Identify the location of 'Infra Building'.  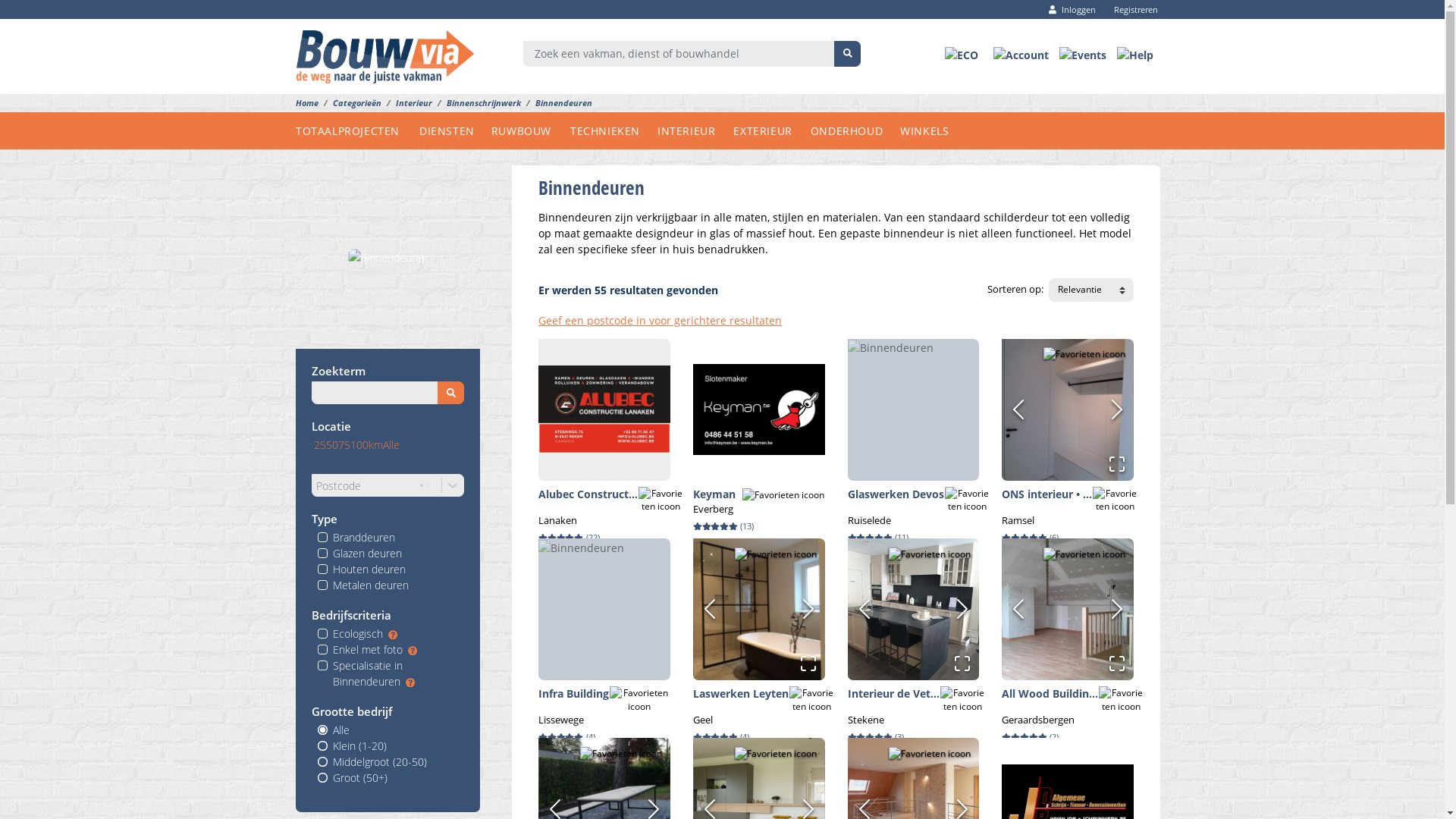
(538, 693).